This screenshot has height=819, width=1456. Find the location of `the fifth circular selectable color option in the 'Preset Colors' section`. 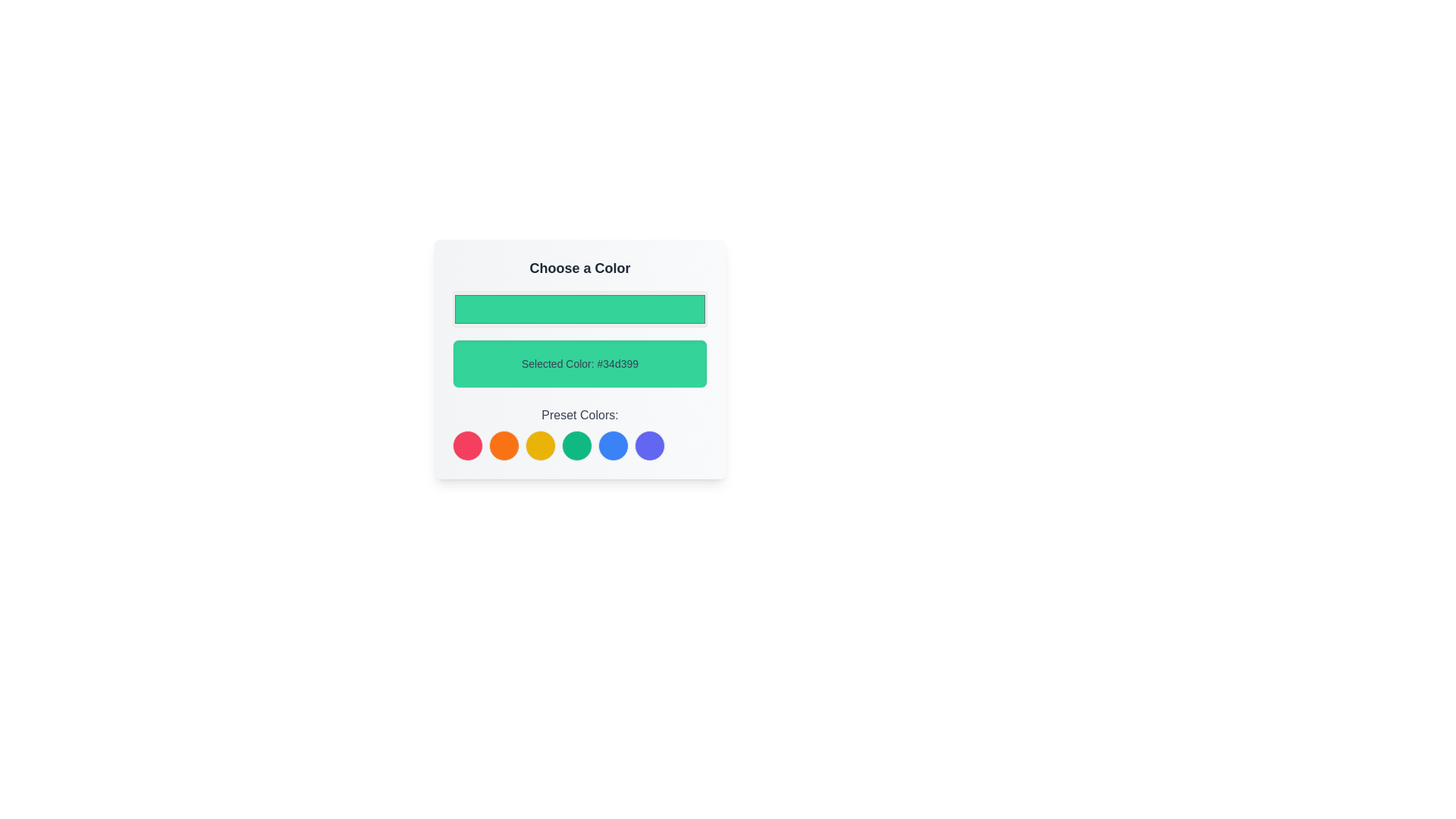

the fifth circular selectable color option in the 'Preset Colors' section is located at coordinates (613, 444).